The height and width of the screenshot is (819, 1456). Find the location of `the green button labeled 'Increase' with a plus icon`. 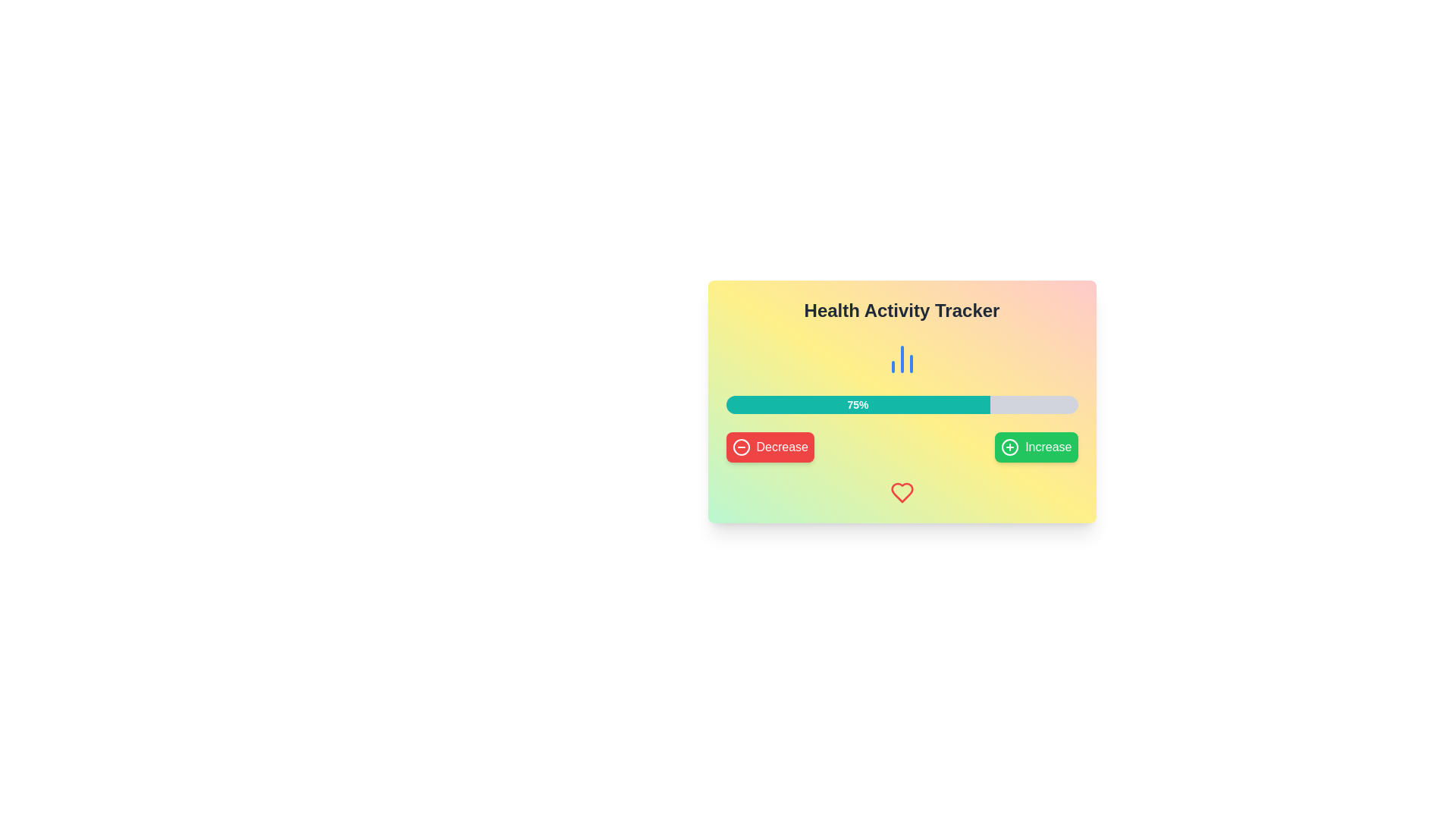

the green button labeled 'Increase' with a plus icon is located at coordinates (1035, 447).